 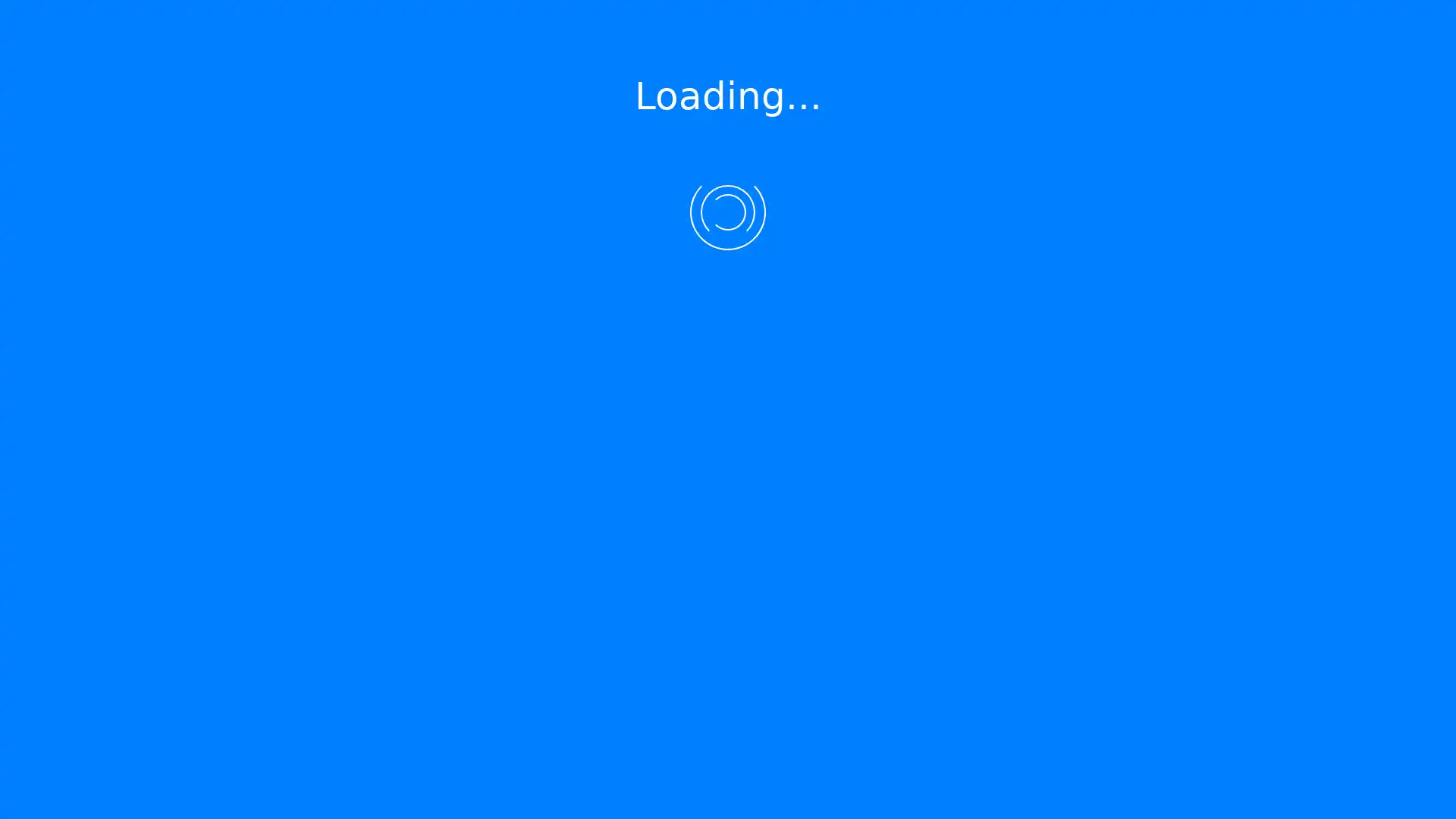 I want to click on Submit, so click(x=726, y=183).